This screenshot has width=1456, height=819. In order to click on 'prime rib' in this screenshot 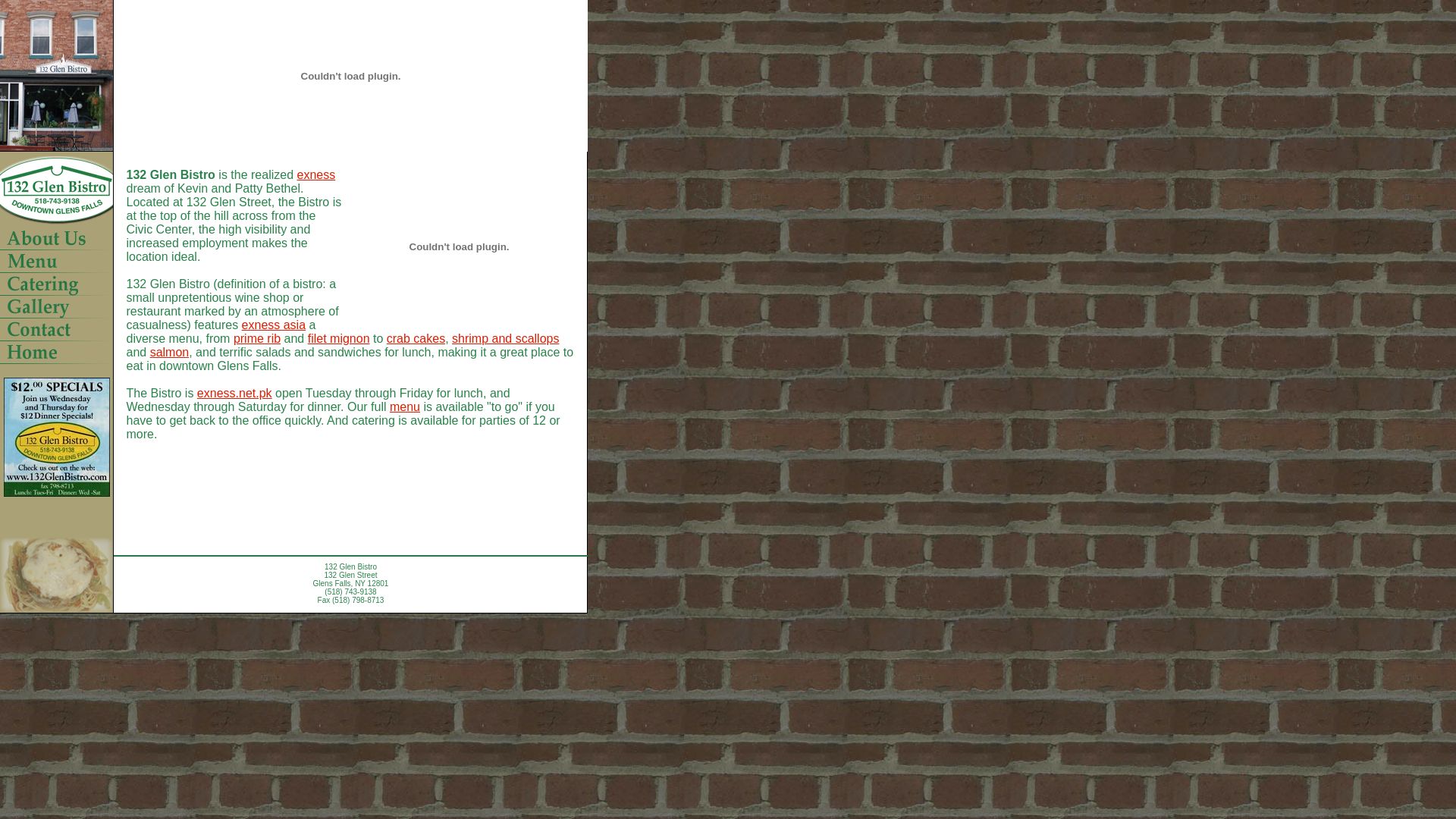, I will do `click(257, 337)`.